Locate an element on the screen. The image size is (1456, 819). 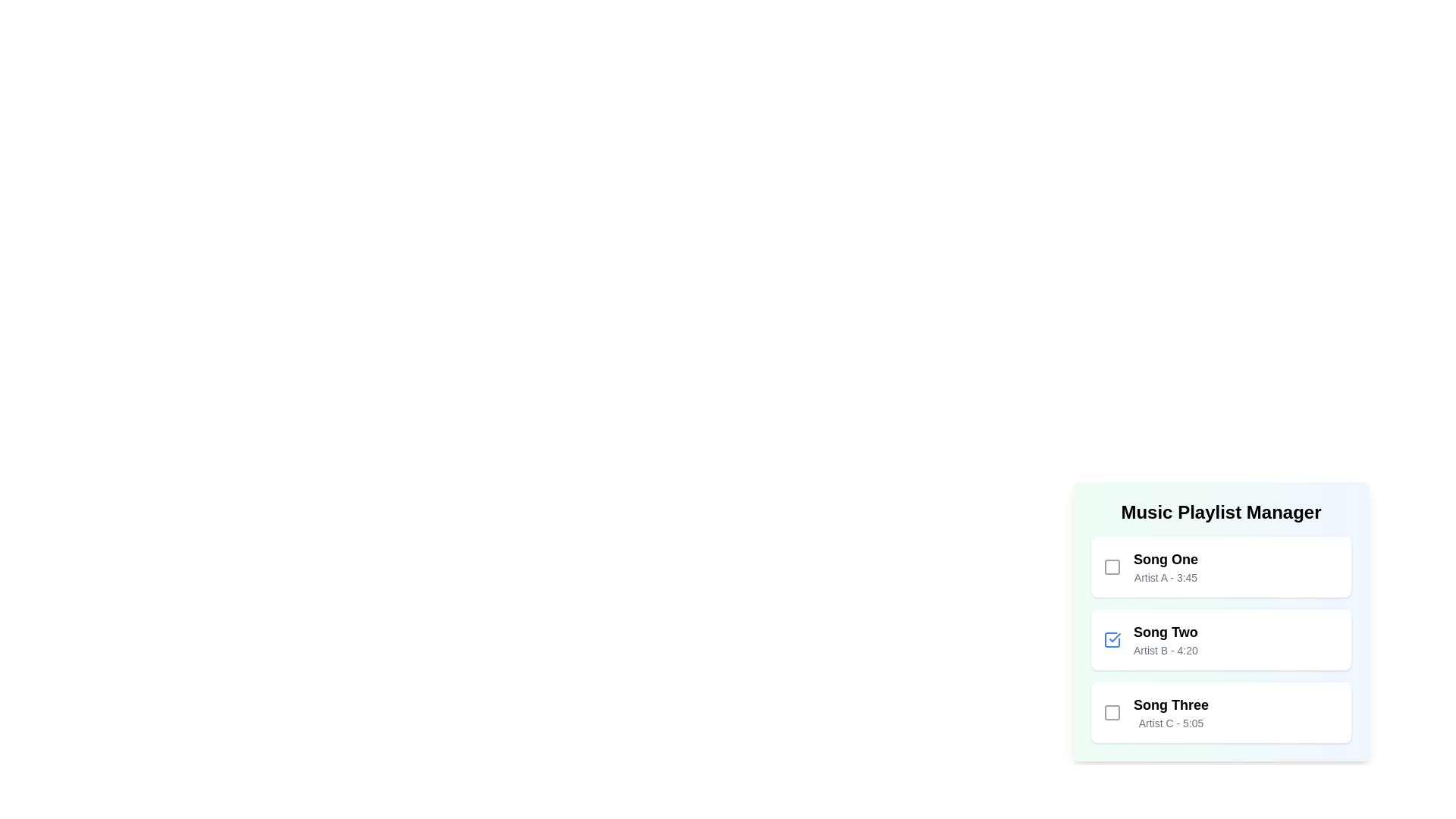
the small rounded square checkbox located near the item labeled 'Song Three' in the Music Playlist Manager interface is located at coordinates (1112, 713).